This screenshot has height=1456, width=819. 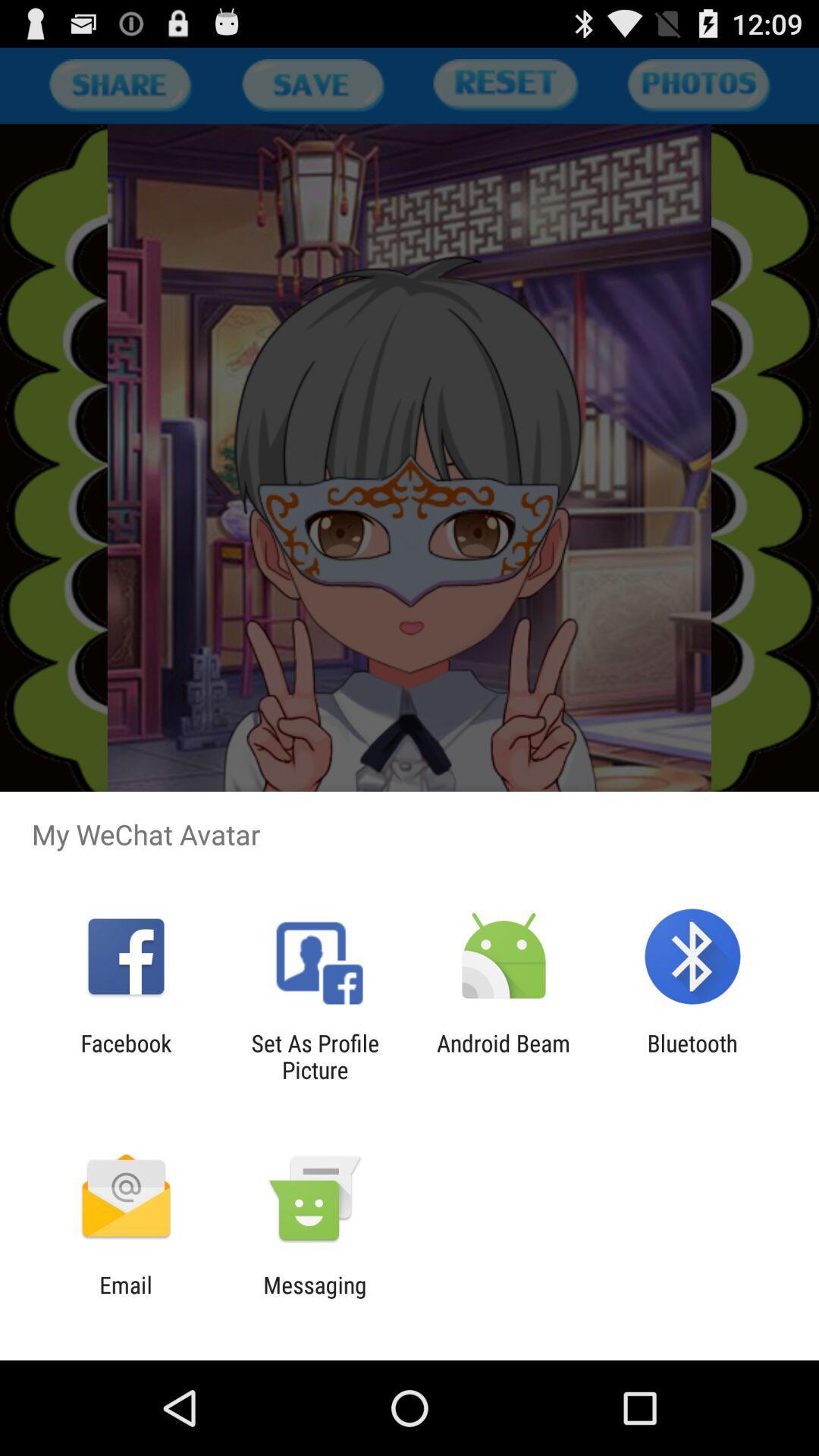 What do you see at coordinates (314, 1056) in the screenshot?
I see `the icon to the left of android beam` at bounding box center [314, 1056].